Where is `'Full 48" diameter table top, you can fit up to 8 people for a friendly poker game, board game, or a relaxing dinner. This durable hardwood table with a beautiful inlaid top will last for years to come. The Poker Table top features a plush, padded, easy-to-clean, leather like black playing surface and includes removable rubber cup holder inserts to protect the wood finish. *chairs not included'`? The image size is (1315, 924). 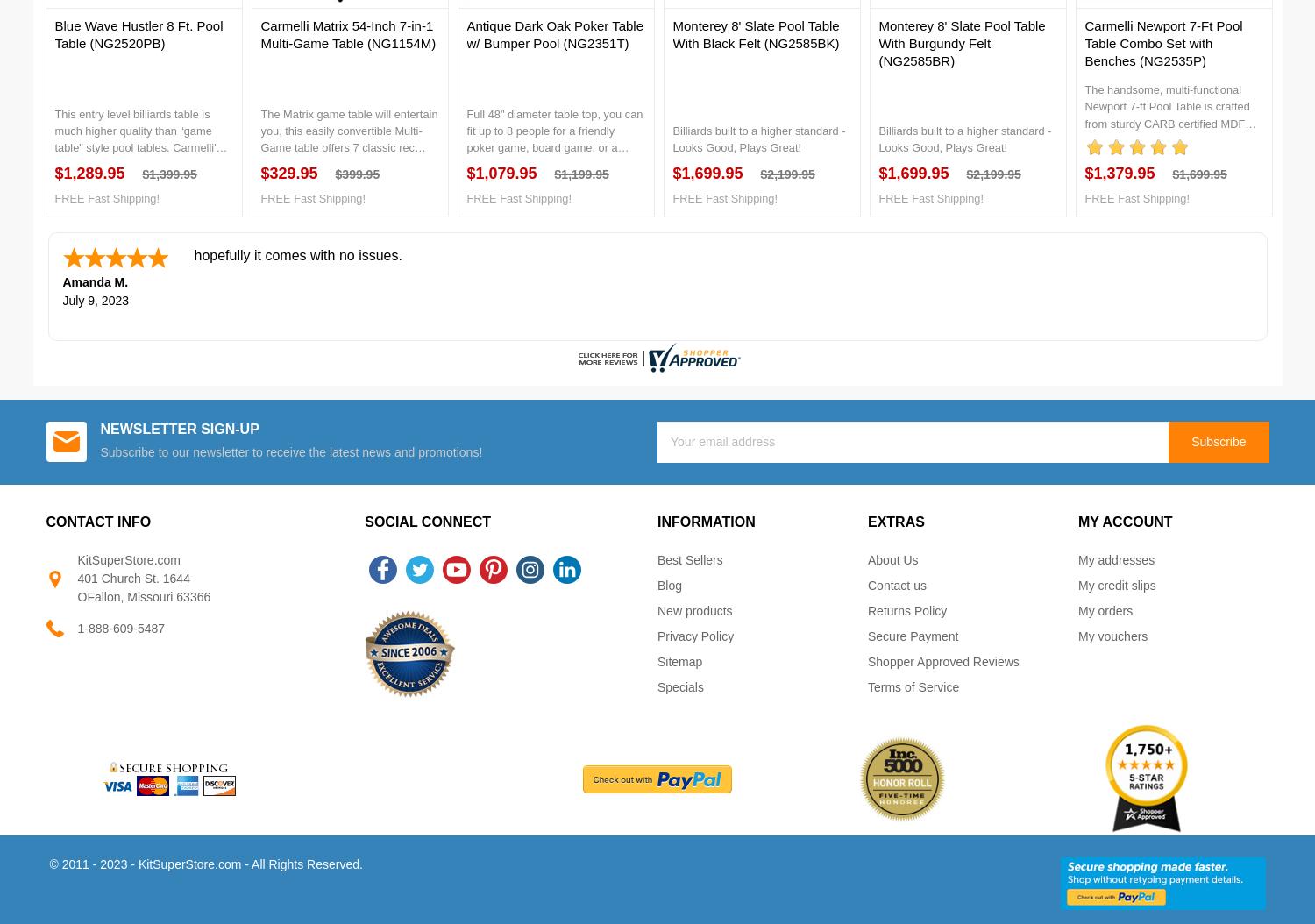 'Full 48" diameter table top, you can fit up to 8 people for a friendly poker game, board game, or a relaxing dinner. This durable hardwood table with a beautiful inlaid top will last for years to come. The Poker Table top features a plush, padded, easy-to-clean, leather like black playing surface and includes removable rubber cup holder inserts to protect the wood finish. *chairs not included' is located at coordinates (555, 206).